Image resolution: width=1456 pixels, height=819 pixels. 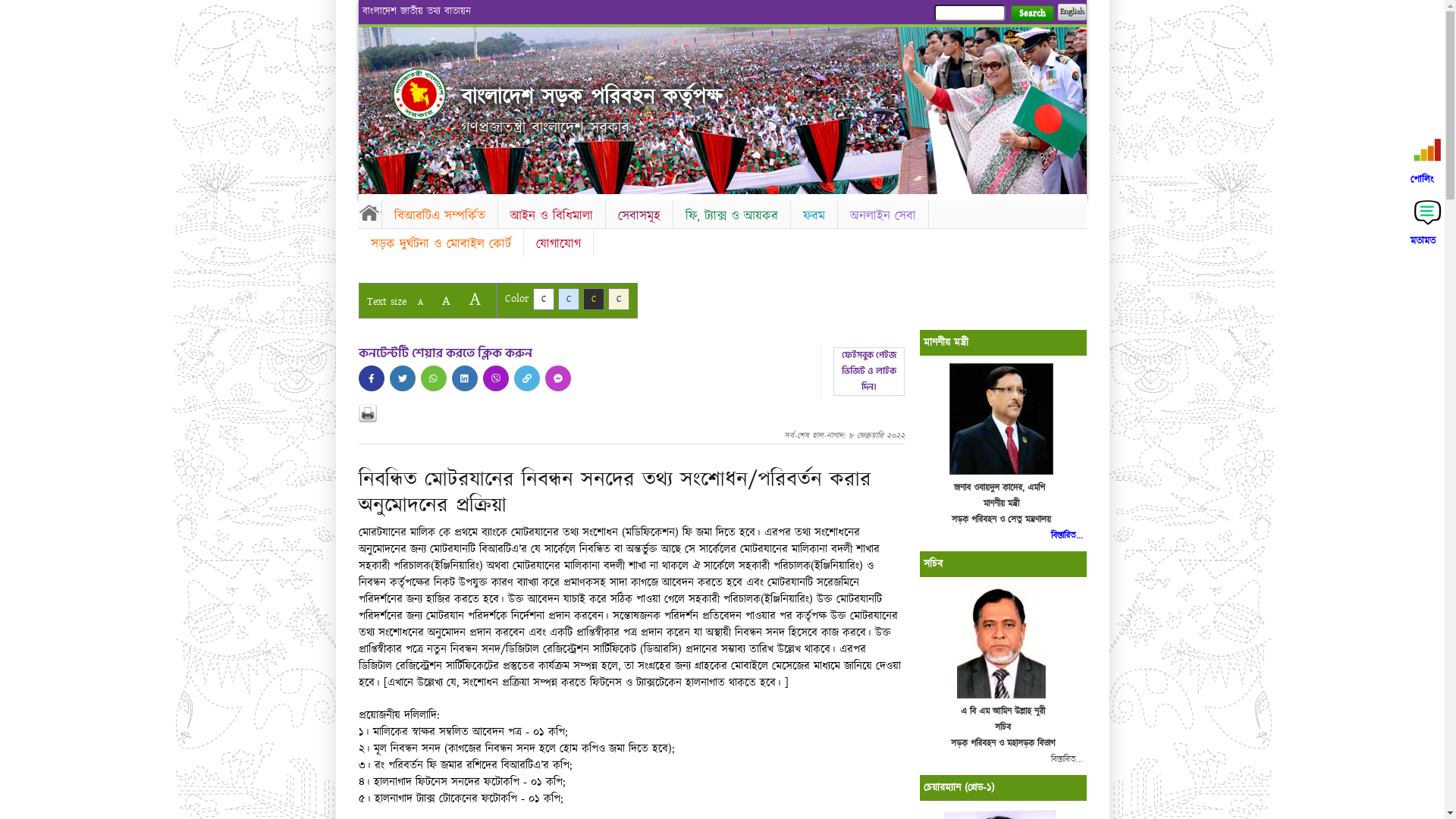 What do you see at coordinates (1031, 13) in the screenshot?
I see `'Search'` at bounding box center [1031, 13].